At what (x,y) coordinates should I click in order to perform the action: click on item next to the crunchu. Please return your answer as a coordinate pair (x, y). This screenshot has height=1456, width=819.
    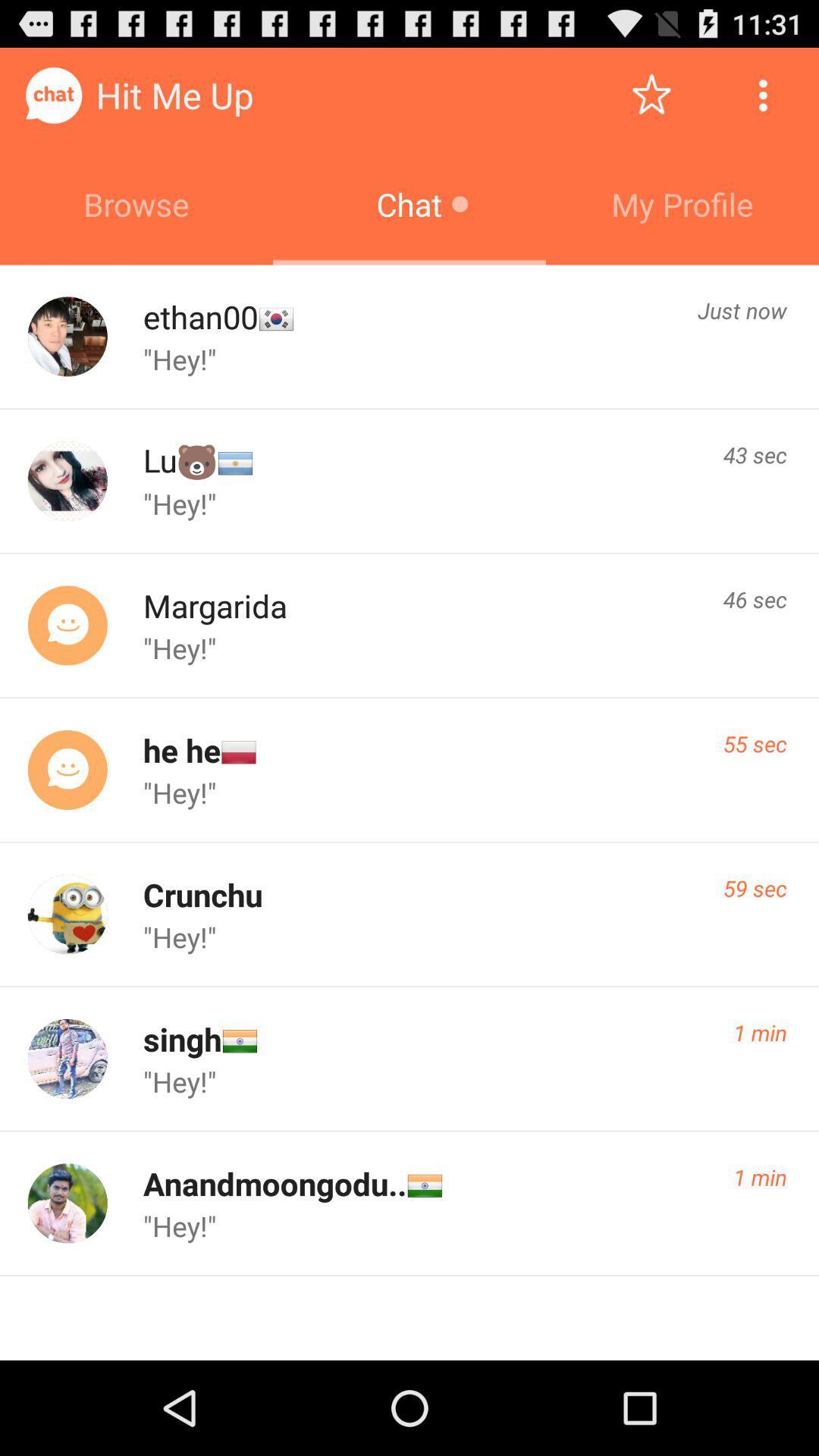
    Looking at the image, I should click on (755, 888).